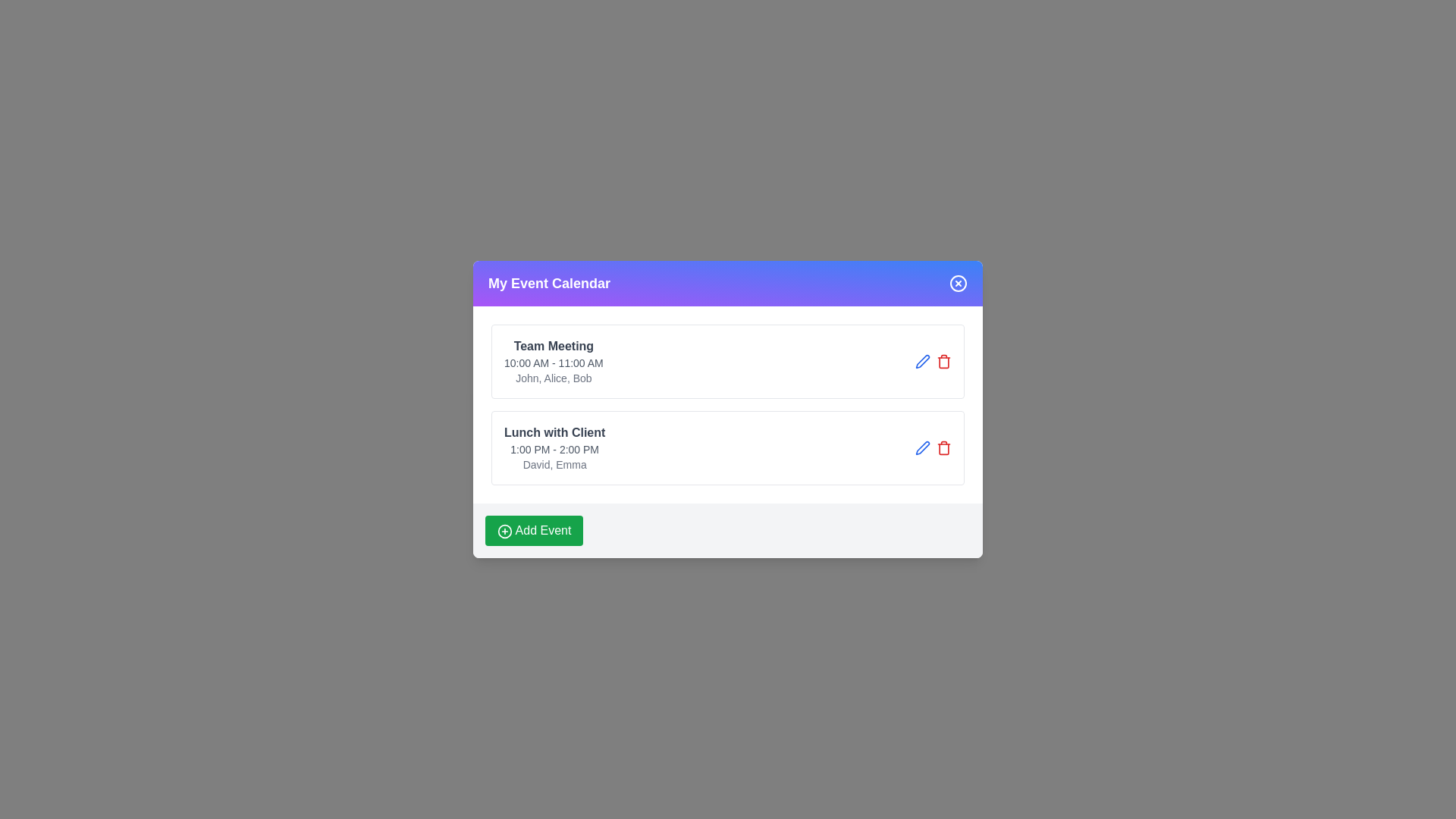 This screenshot has height=819, width=1456. Describe the element at coordinates (553, 377) in the screenshot. I see `the static text label that lists participants for the related meeting, located below the '10:00 AM - 11:00 AM' text in the 'Team Meeting' section of the calendar interface` at that location.